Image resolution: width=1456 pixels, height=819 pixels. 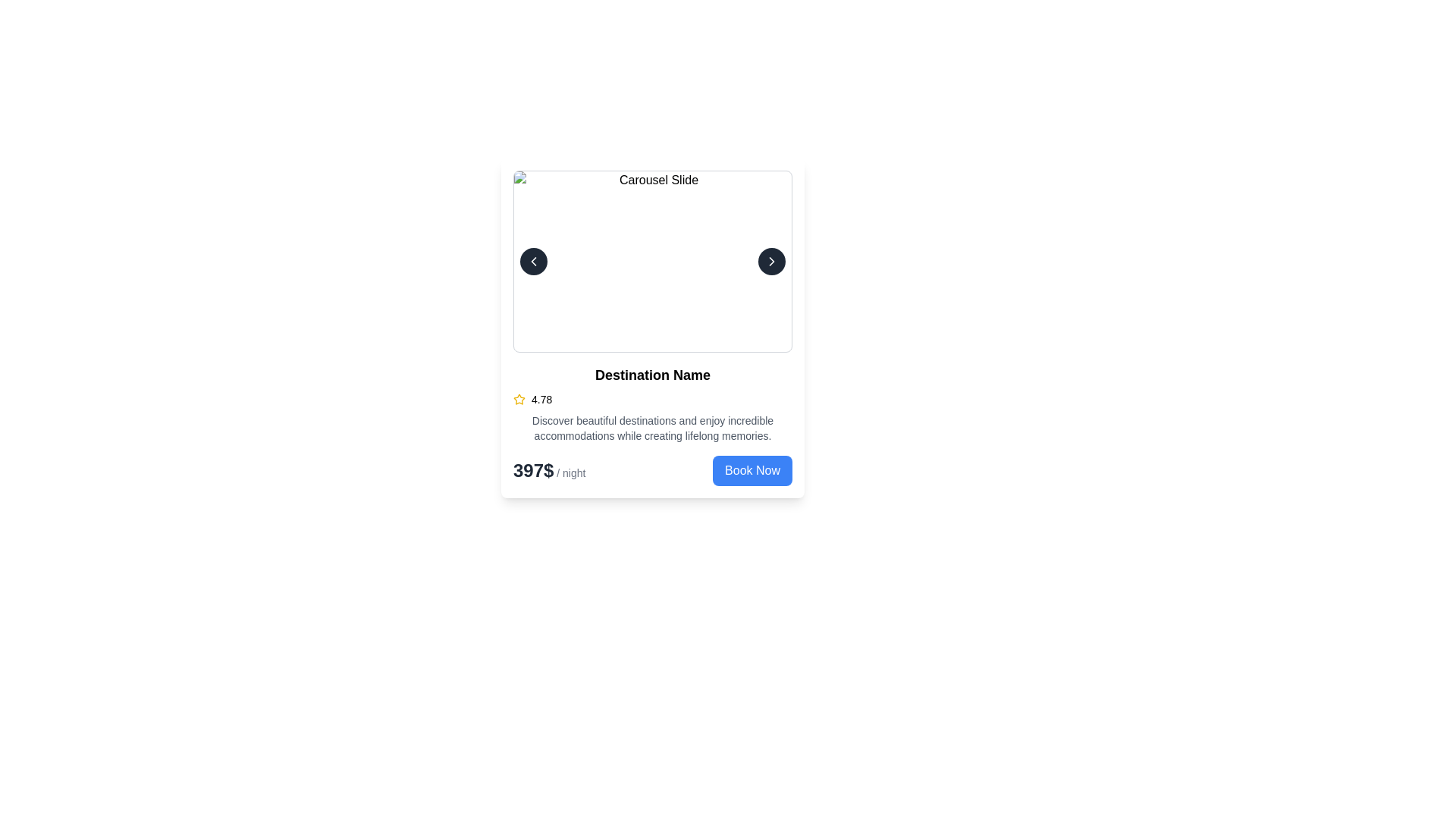 What do you see at coordinates (534, 260) in the screenshot?
I see `the circular button with a dark gray or black background and a white left-facing chevron icon` at bounding box center [534, 260].